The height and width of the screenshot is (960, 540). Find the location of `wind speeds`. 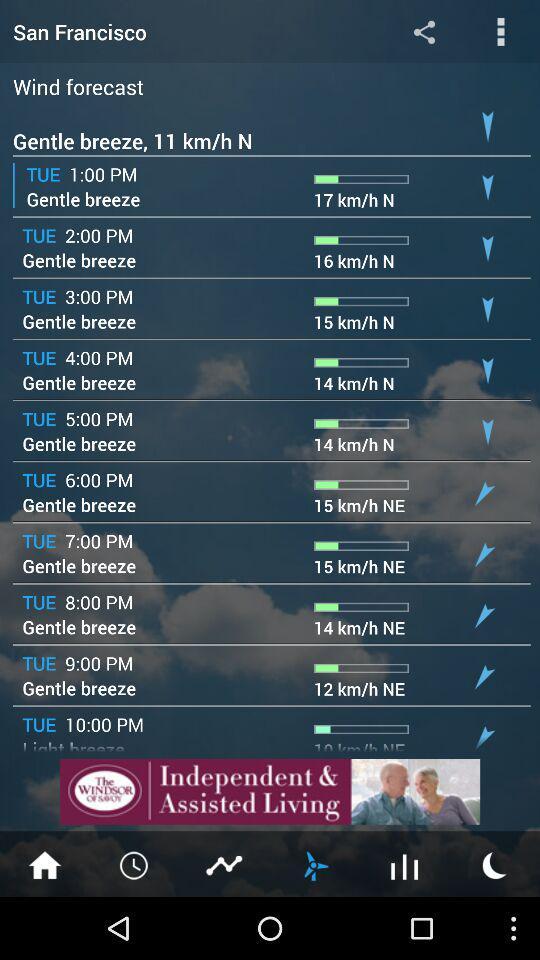

wind speeds is located at coordinates (314, 863).